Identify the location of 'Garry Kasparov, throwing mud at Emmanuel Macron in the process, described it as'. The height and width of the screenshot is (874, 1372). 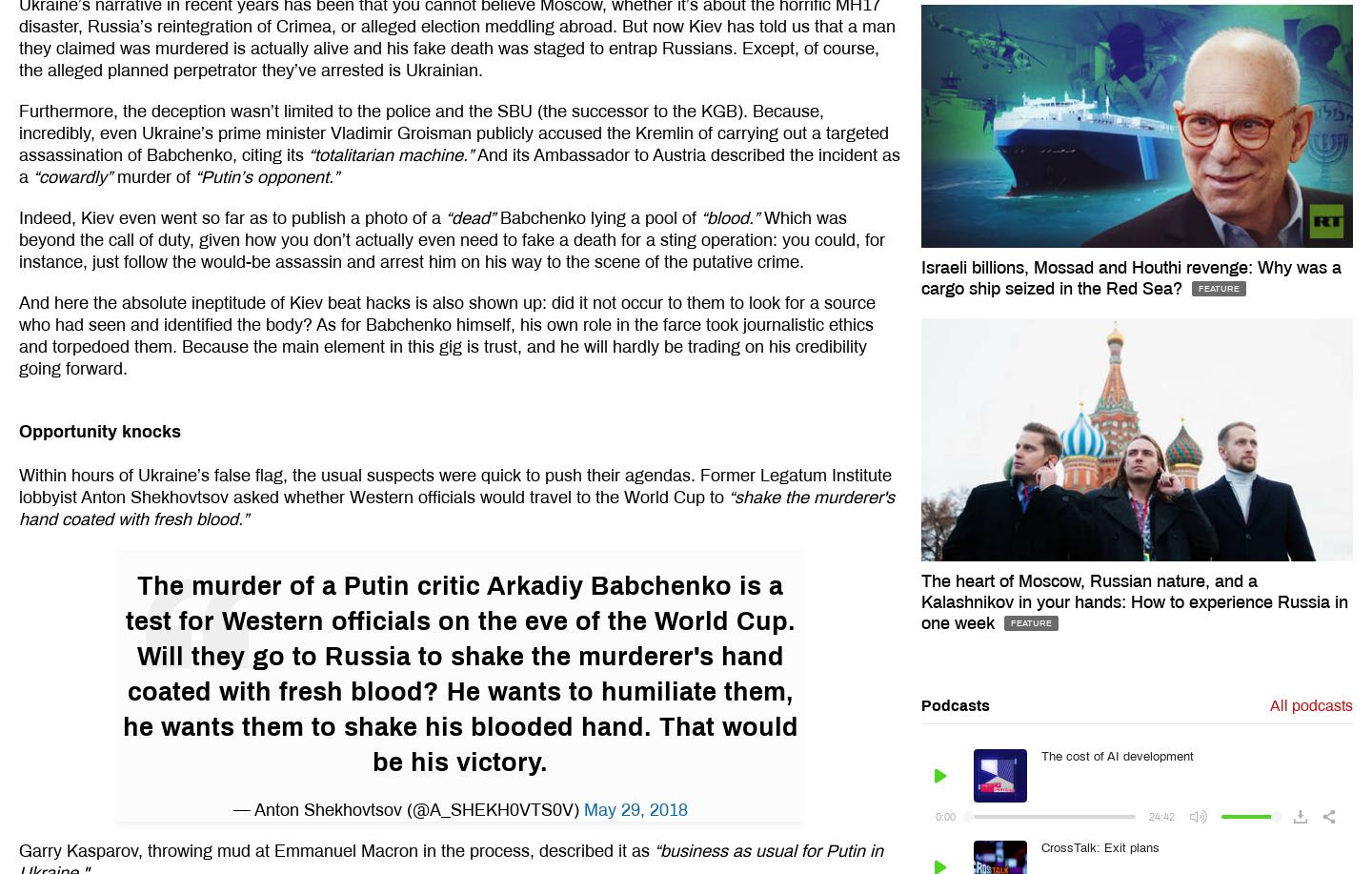
(336, 848).